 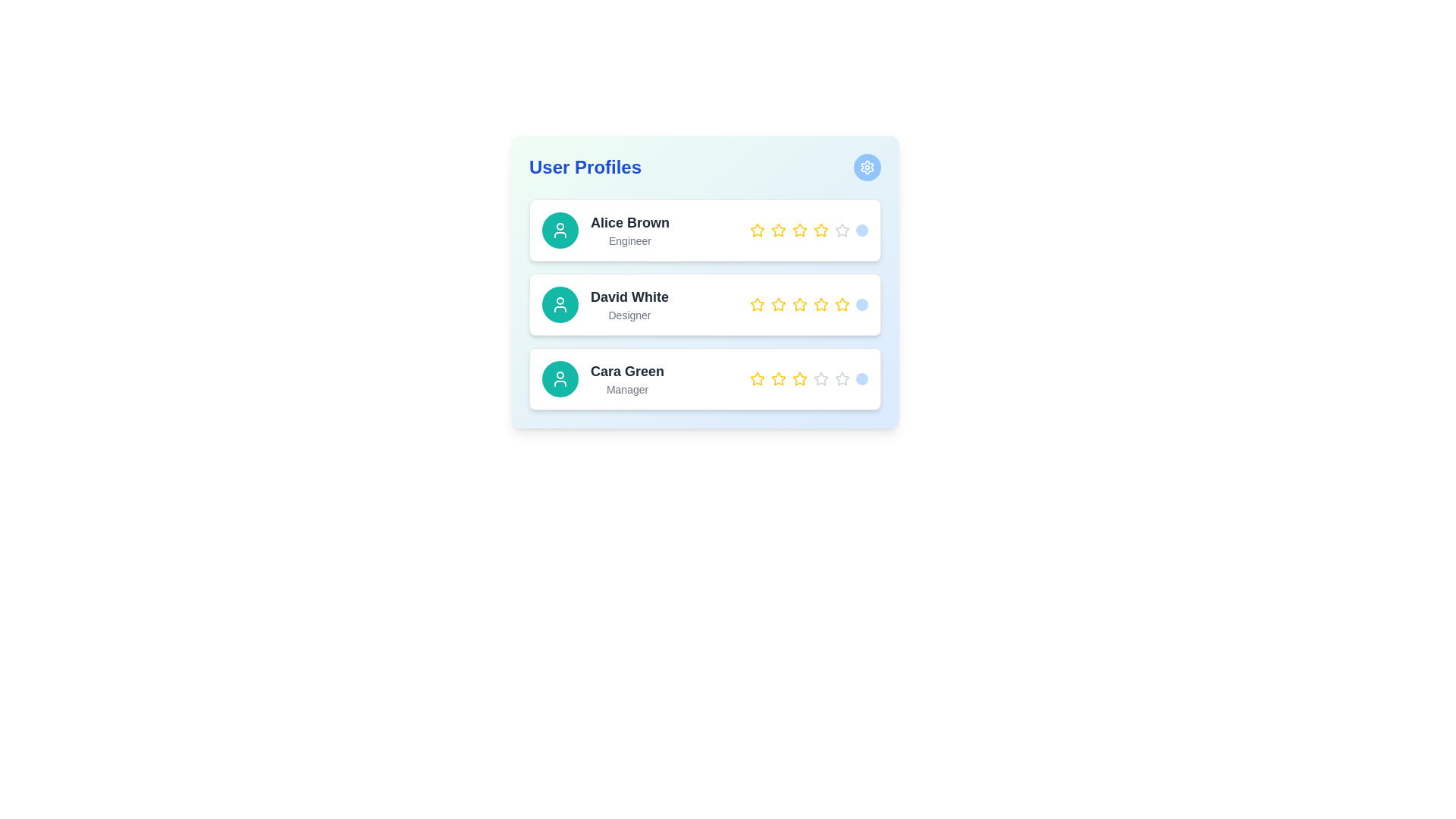 I want to click on the second star icon, so click(x=779, y=378).